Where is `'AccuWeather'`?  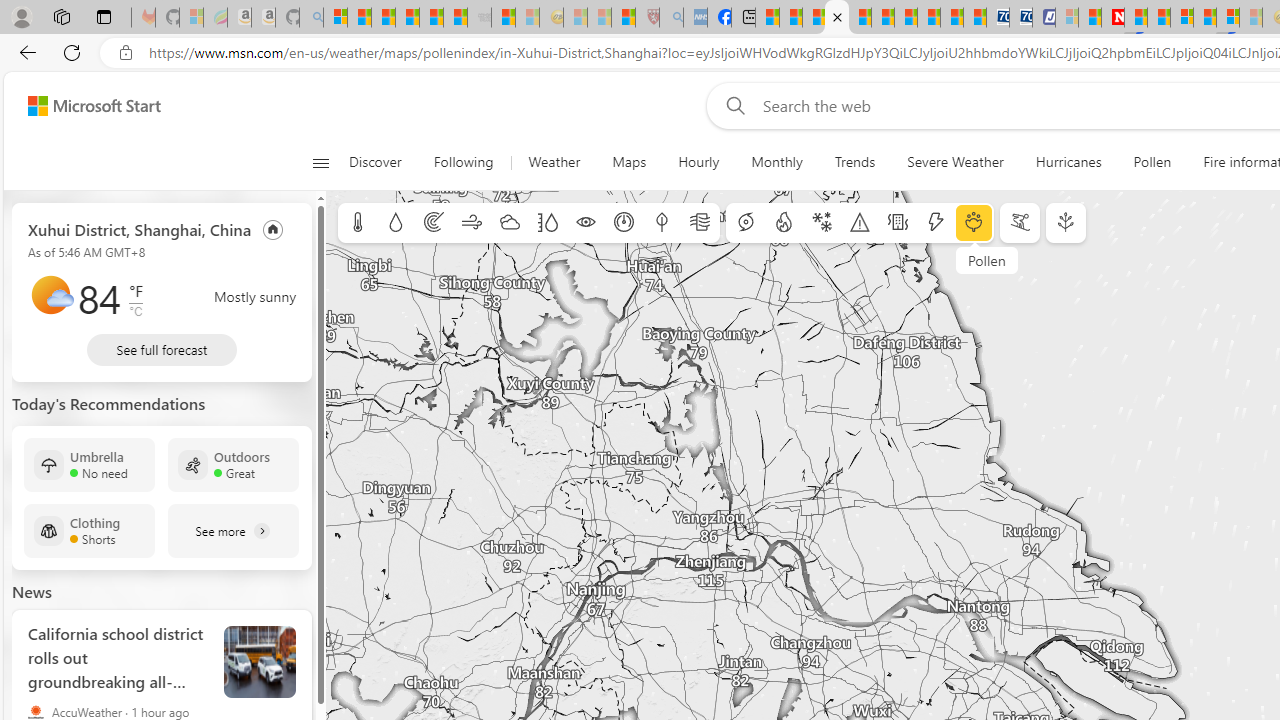
'AccuWeather' is located at coordinates (35, 711).